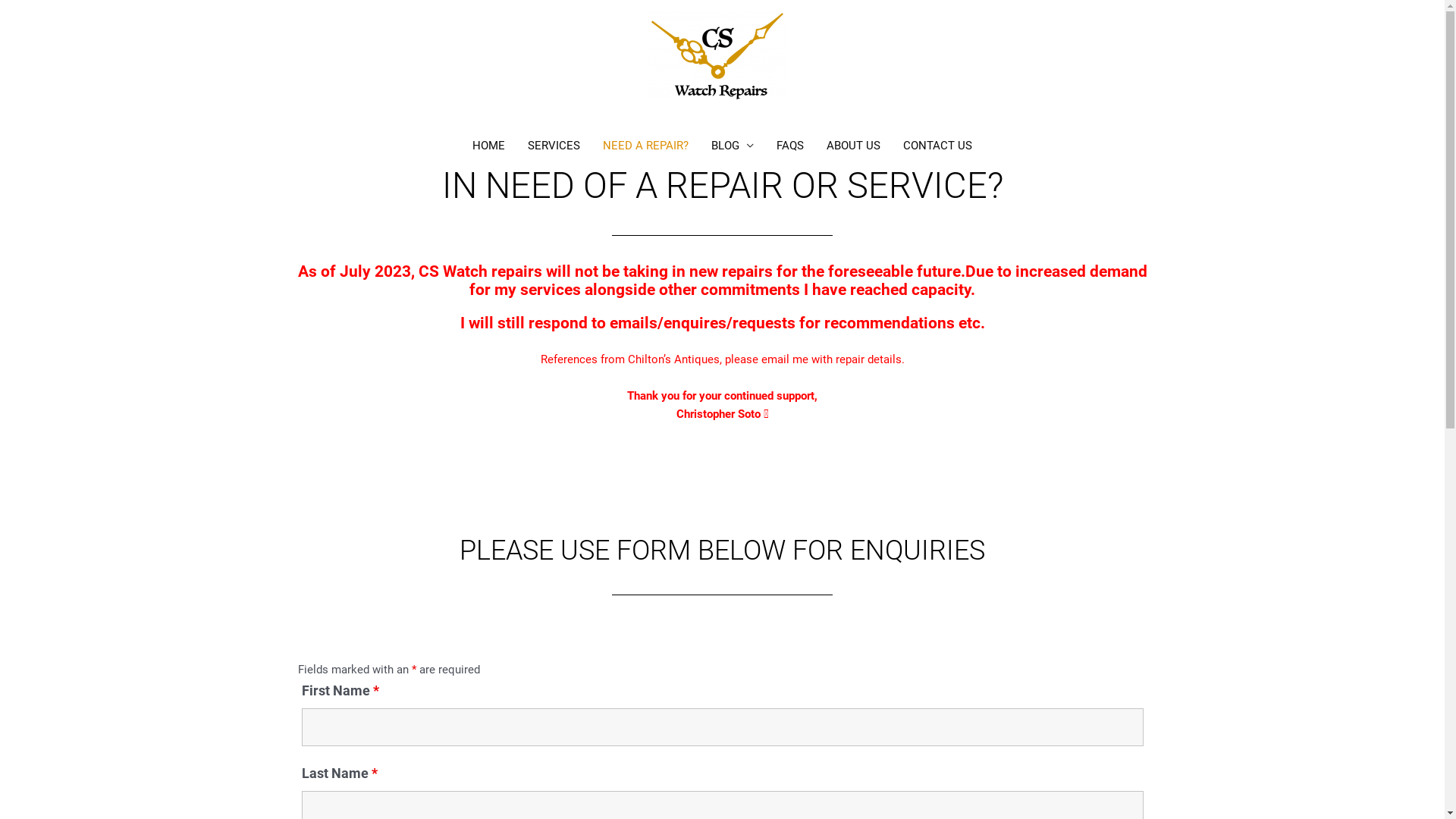 The image size is (1456, 819). What do you see at coordinates (488, 146) in the screenshot?
I see `'HOME'` at bounding box center [488, 146].